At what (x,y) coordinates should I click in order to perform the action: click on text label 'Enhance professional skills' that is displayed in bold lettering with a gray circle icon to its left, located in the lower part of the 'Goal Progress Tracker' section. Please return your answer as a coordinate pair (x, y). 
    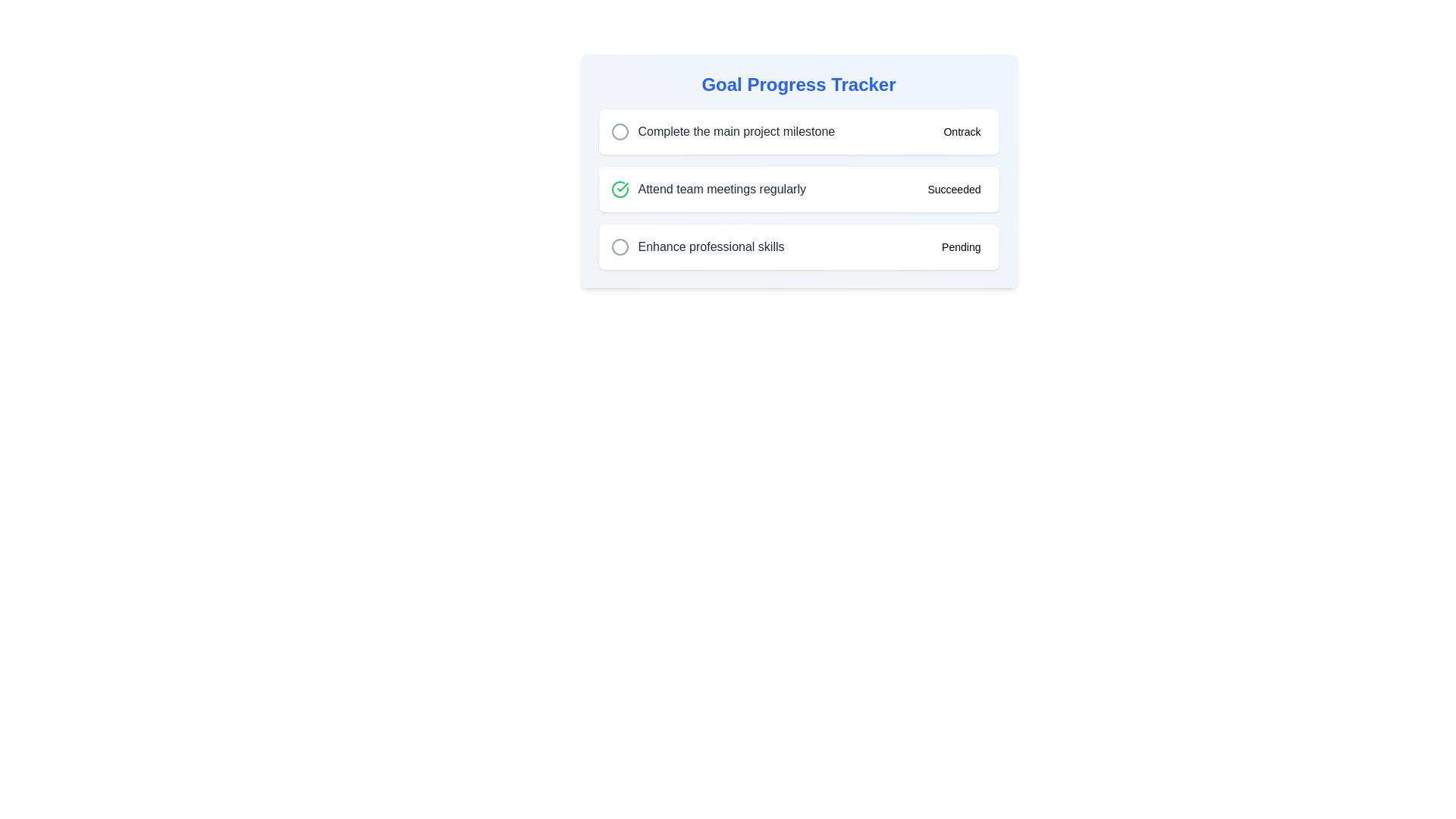
    Looking at the image, I should click on (697, 246).